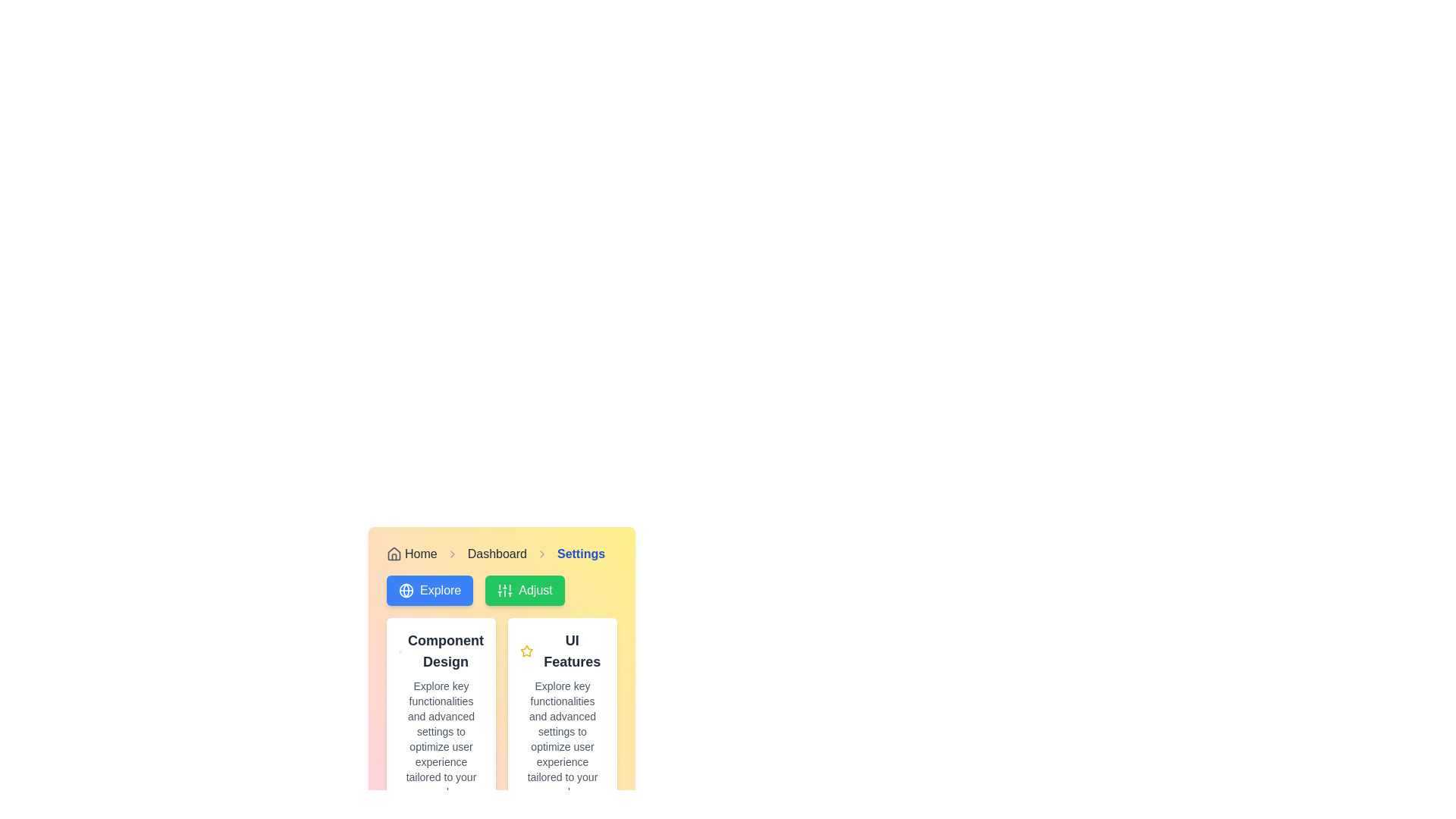 This screenshot has height=819, width=1456. Describe the element at coordinates (562, 651) in the screenshot. I see `the Text label with an accompanying icon, which serves as the title for the card located in the middle of a three-card layout` at that location.